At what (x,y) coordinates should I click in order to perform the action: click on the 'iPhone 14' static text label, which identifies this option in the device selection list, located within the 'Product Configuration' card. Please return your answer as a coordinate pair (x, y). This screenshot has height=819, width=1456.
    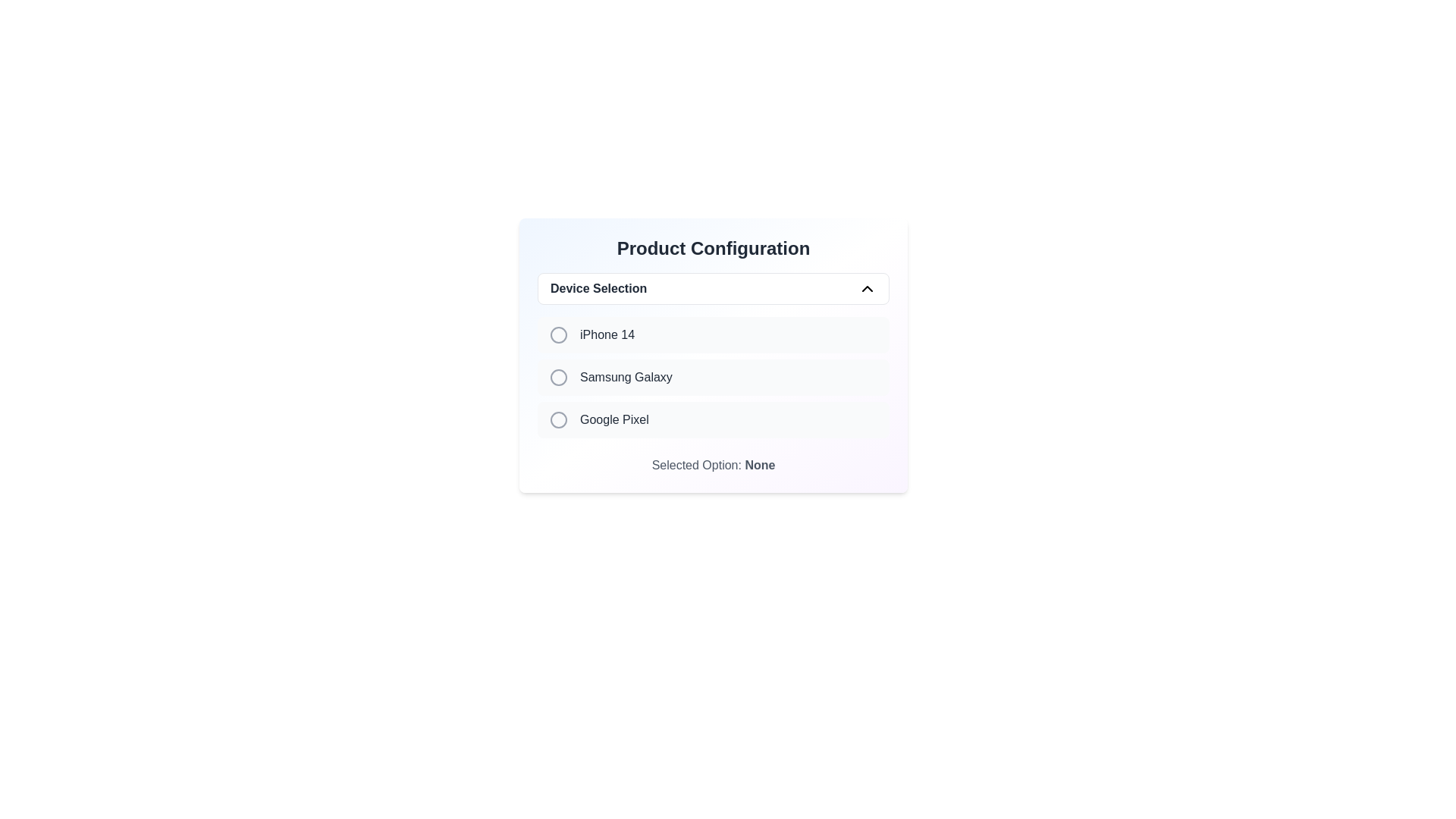
    Looking at the image, I should click on (607, 334).